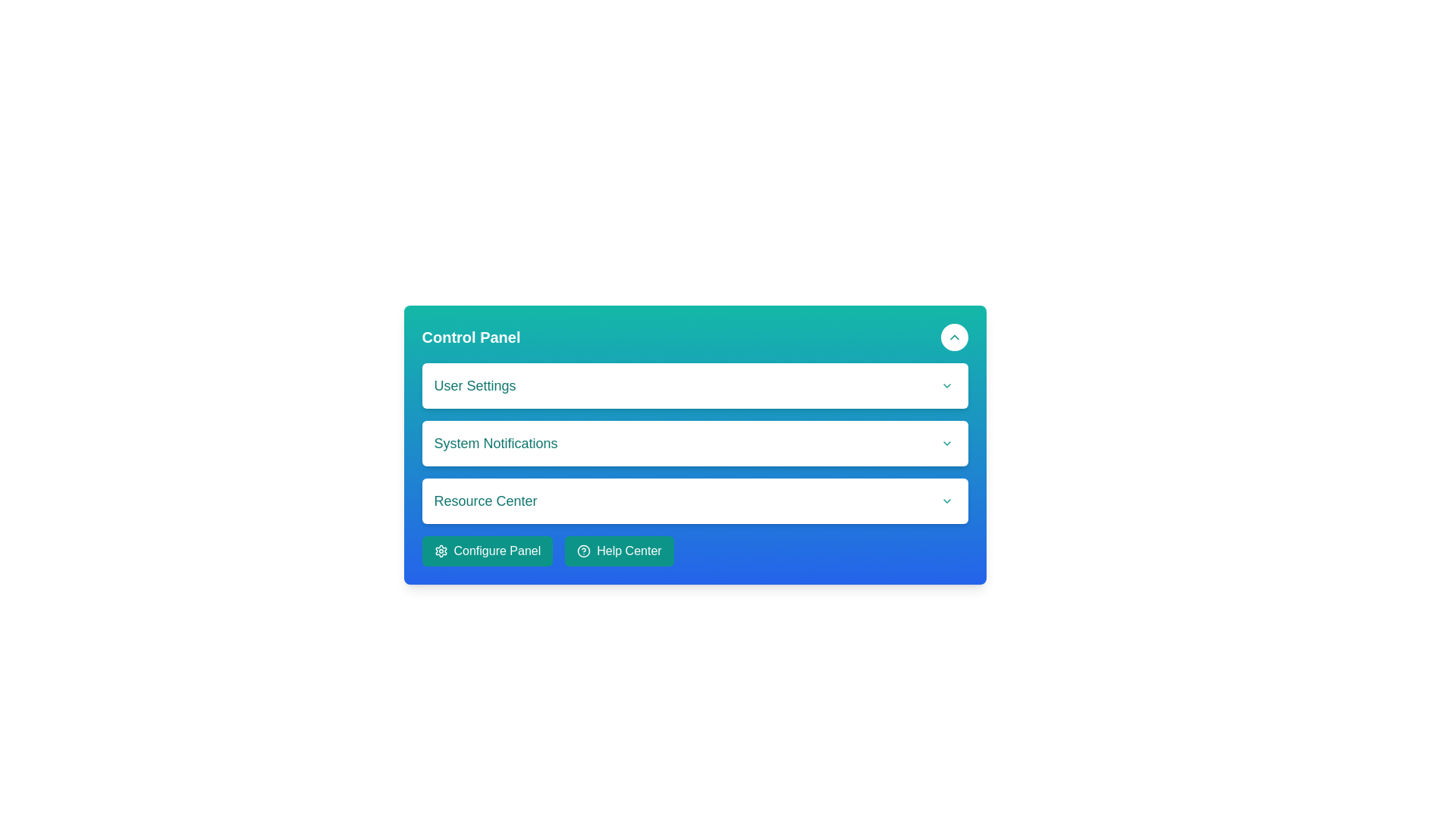 This screenshot has width=1456, height=819. What do you see at coordinates (946, 385) in the screenshot?
I see `the downward-facing arrow icon button located on the right side of the 'User Settings' row` at bounding box center [946, 385].